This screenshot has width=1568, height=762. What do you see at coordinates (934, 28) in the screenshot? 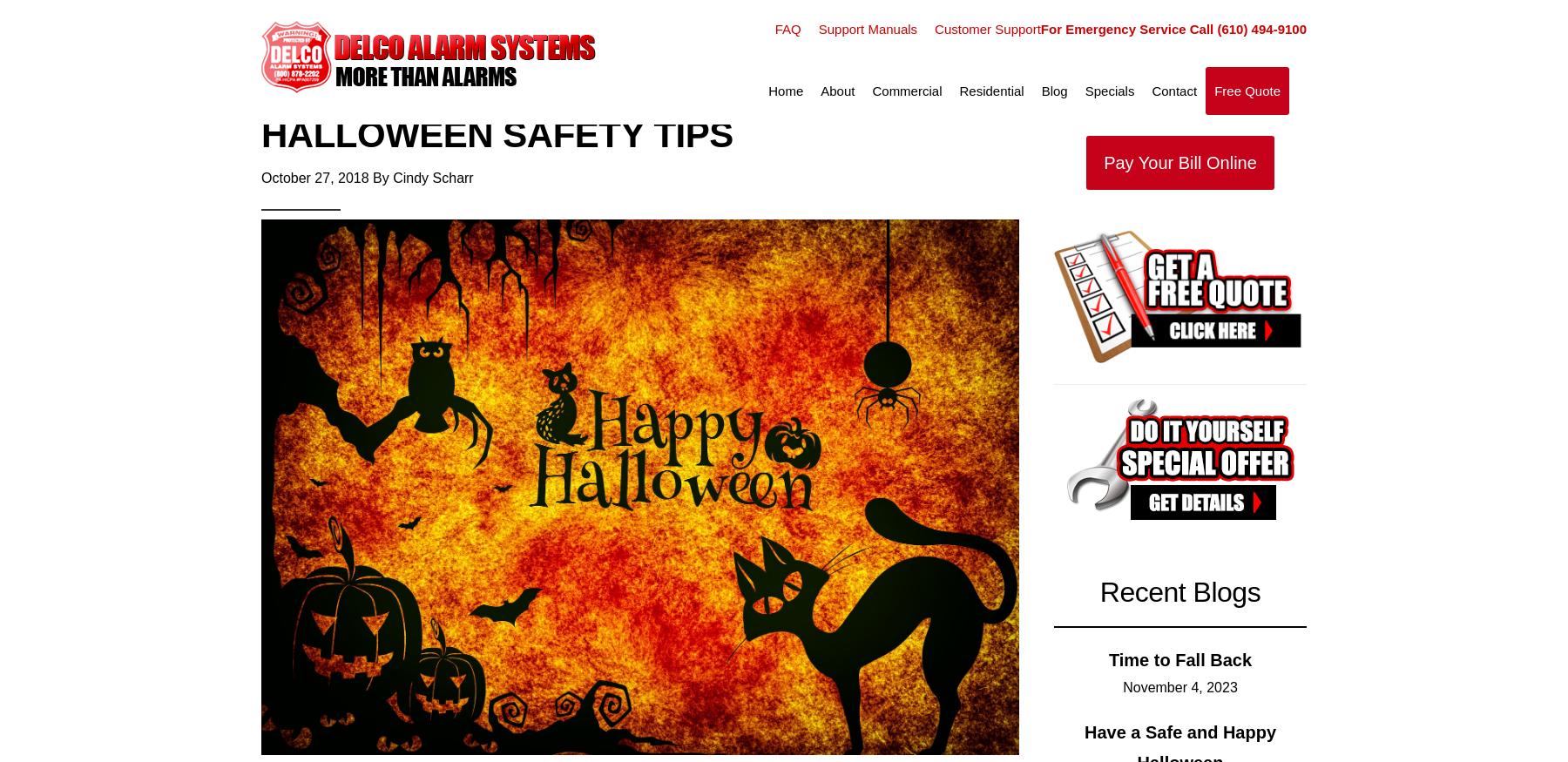
I see `'Customer Support'` at bounding box center [934, 28].